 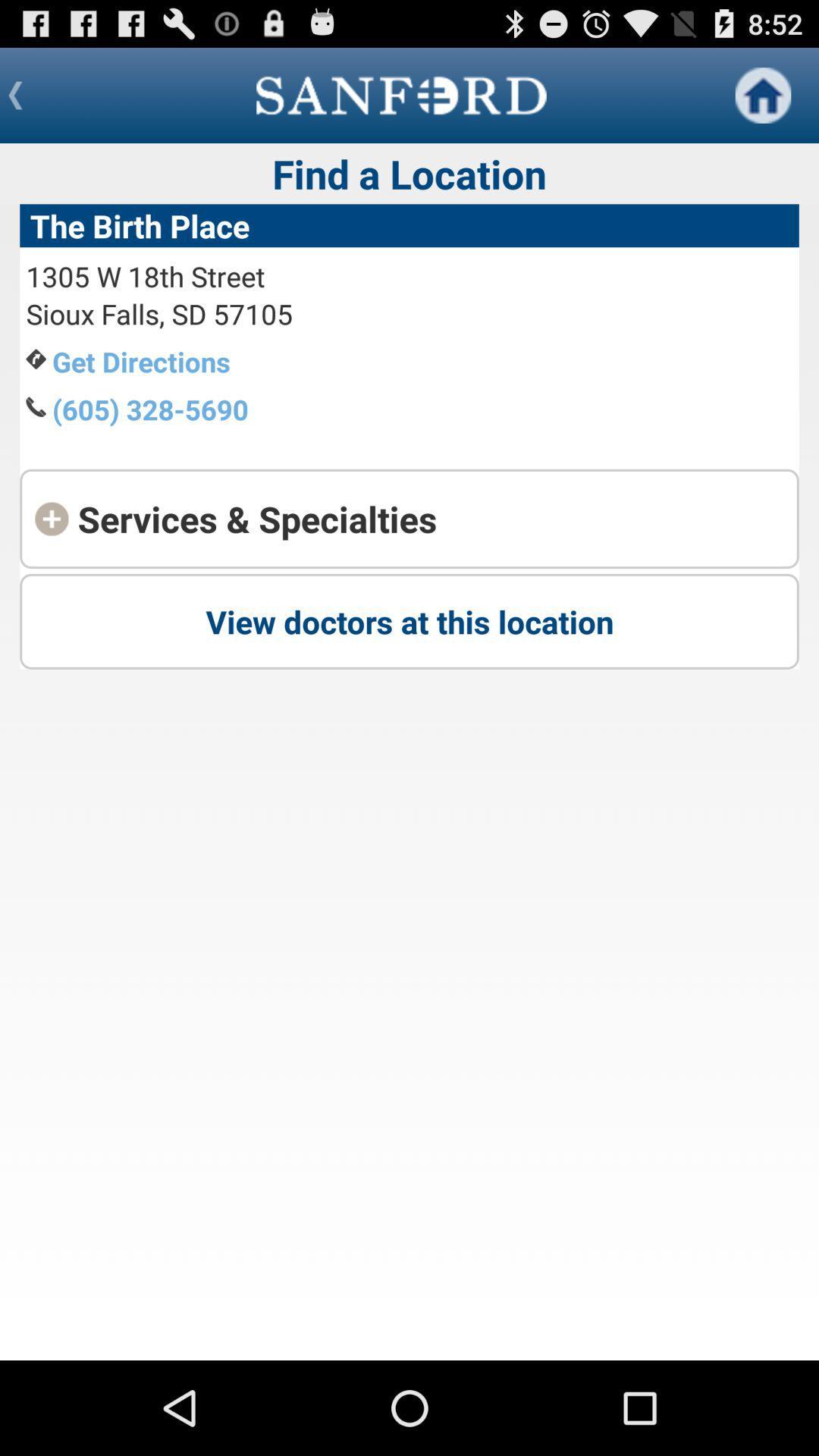 What do you see at coordinates (150, 409) in the screenshot?
I see `(605) 328-5690 item` at bounding box center [150, 409].